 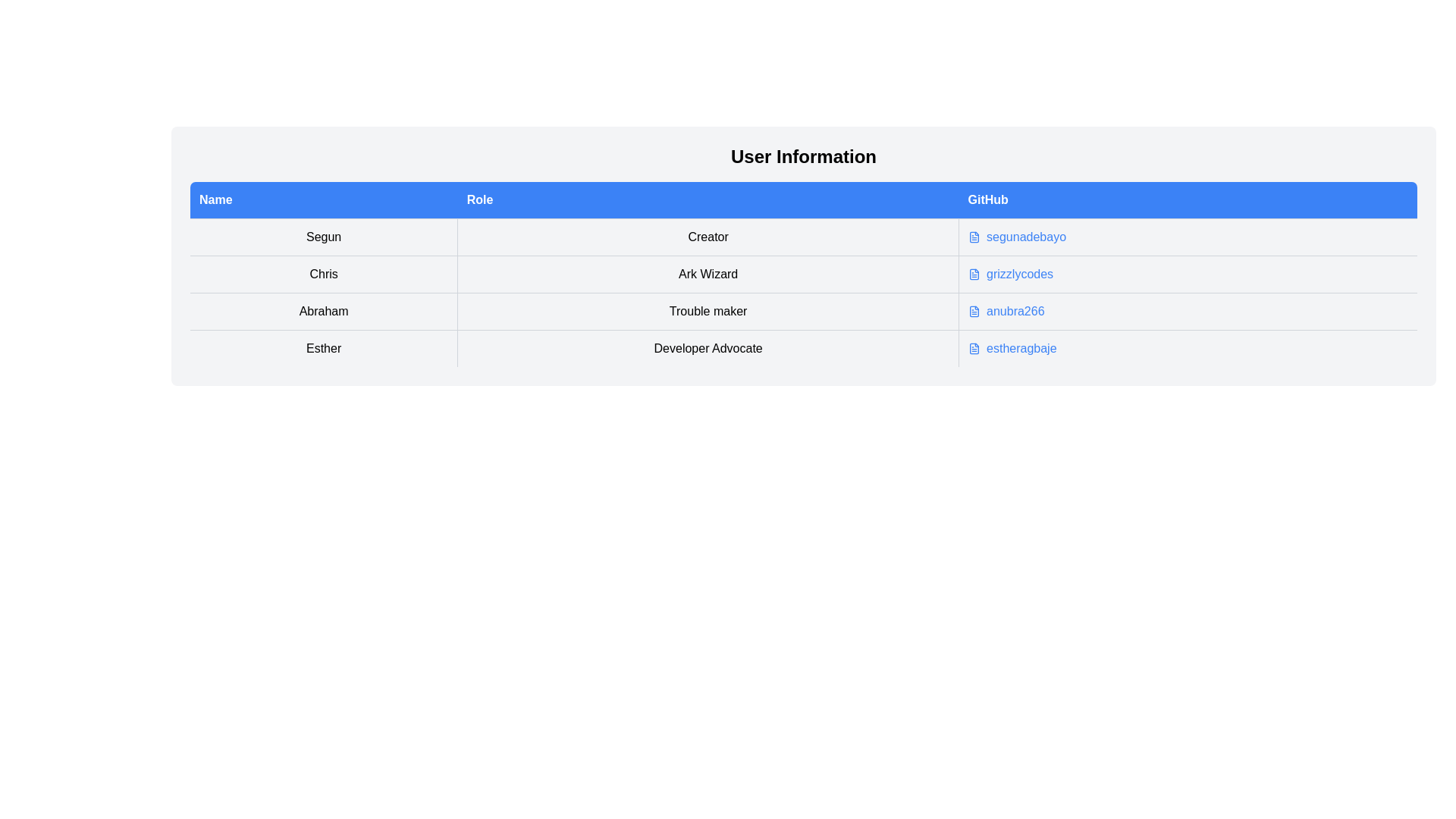 What do you see at coordinates (1188, 275) in the screenshot?
I see `the second hyperlink` at bounding box center [1188, 275].